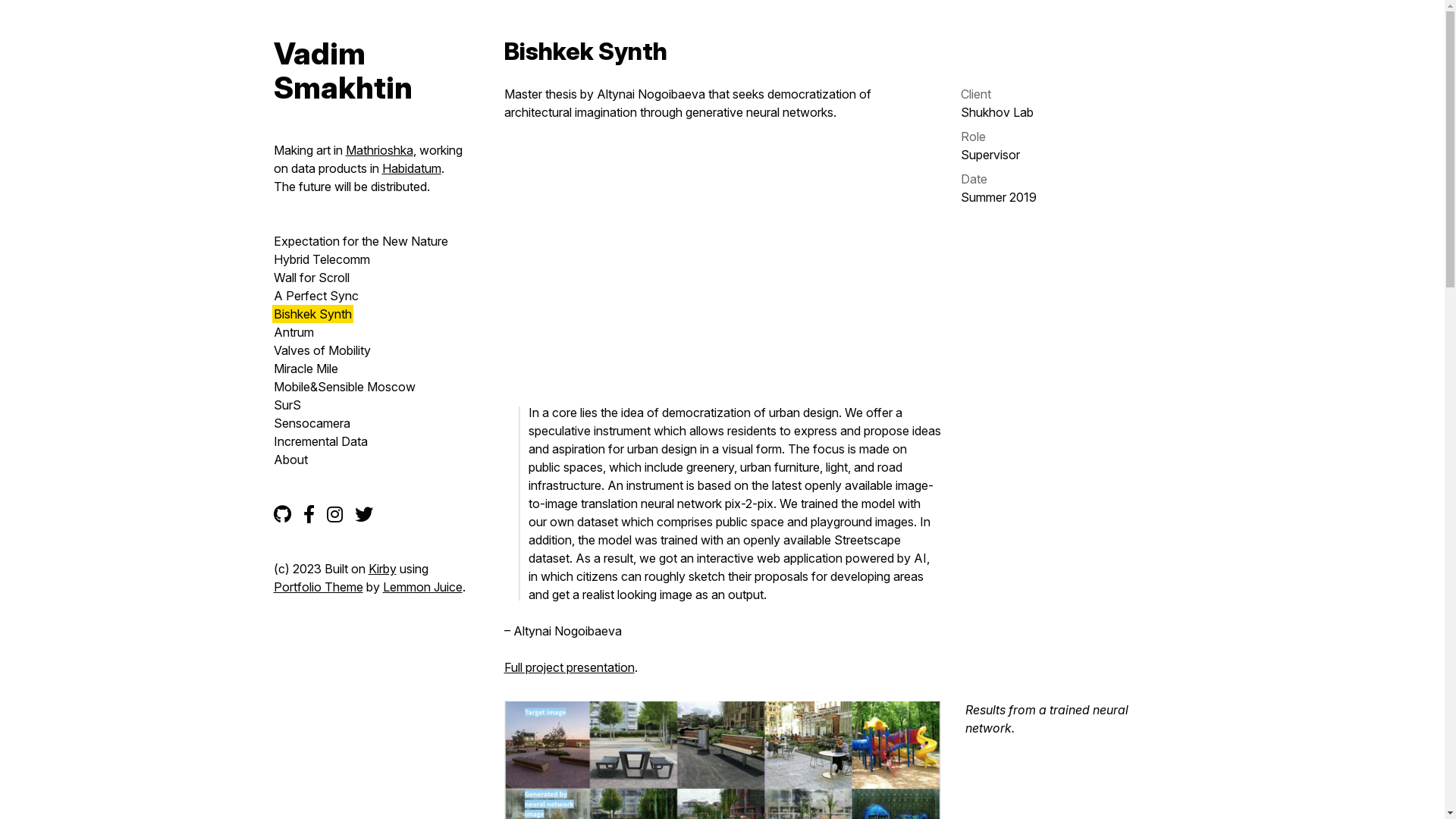 The width and height of the screenshot is (1456, 819). What do you see at coordinates (271, 441) in the screenshot?
I see `'Incremental Data'` at bounding box center [271, 441].